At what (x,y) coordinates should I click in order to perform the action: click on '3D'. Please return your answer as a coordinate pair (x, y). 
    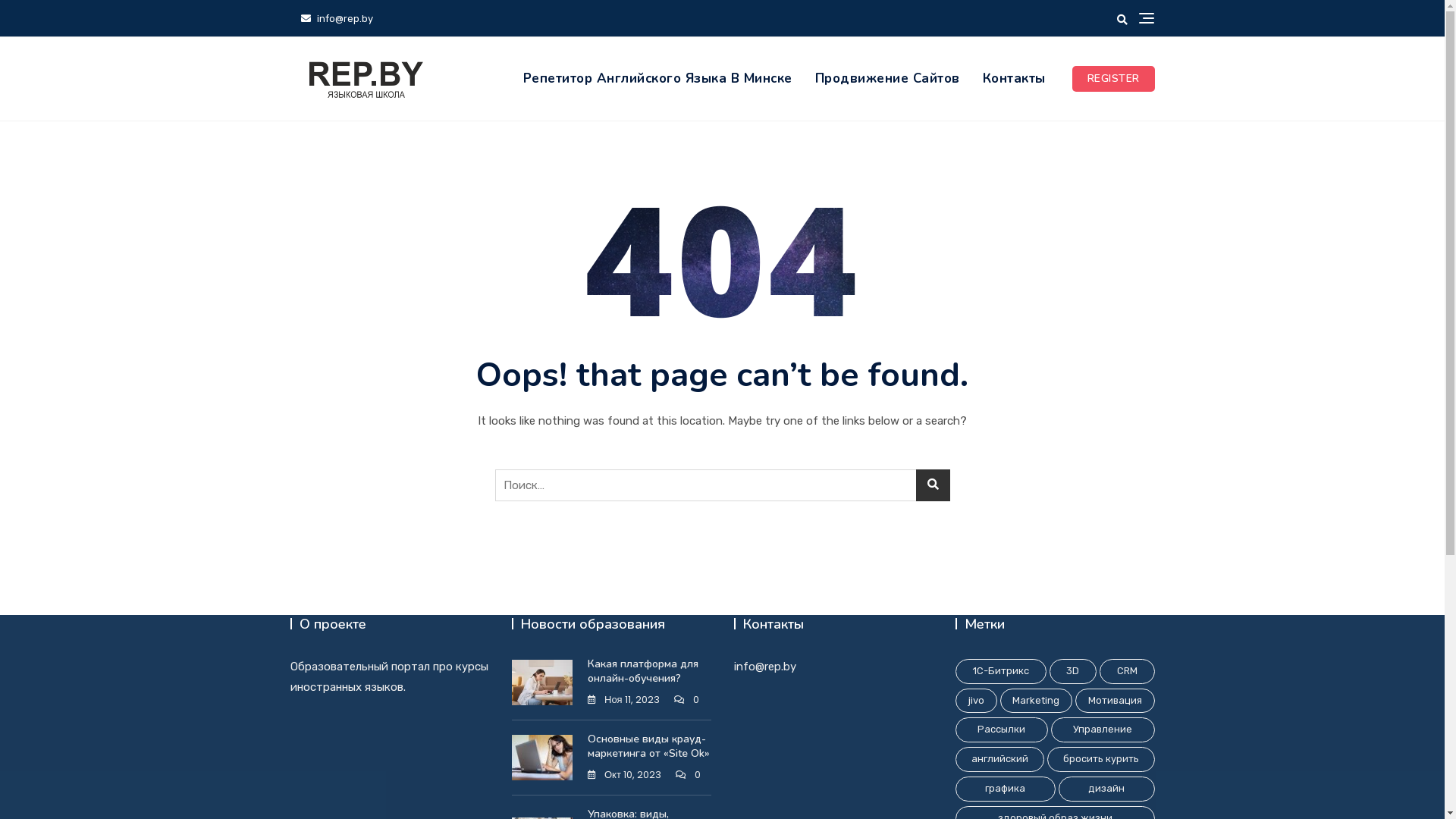
    Looking at the image, I should click on (1072, 670).